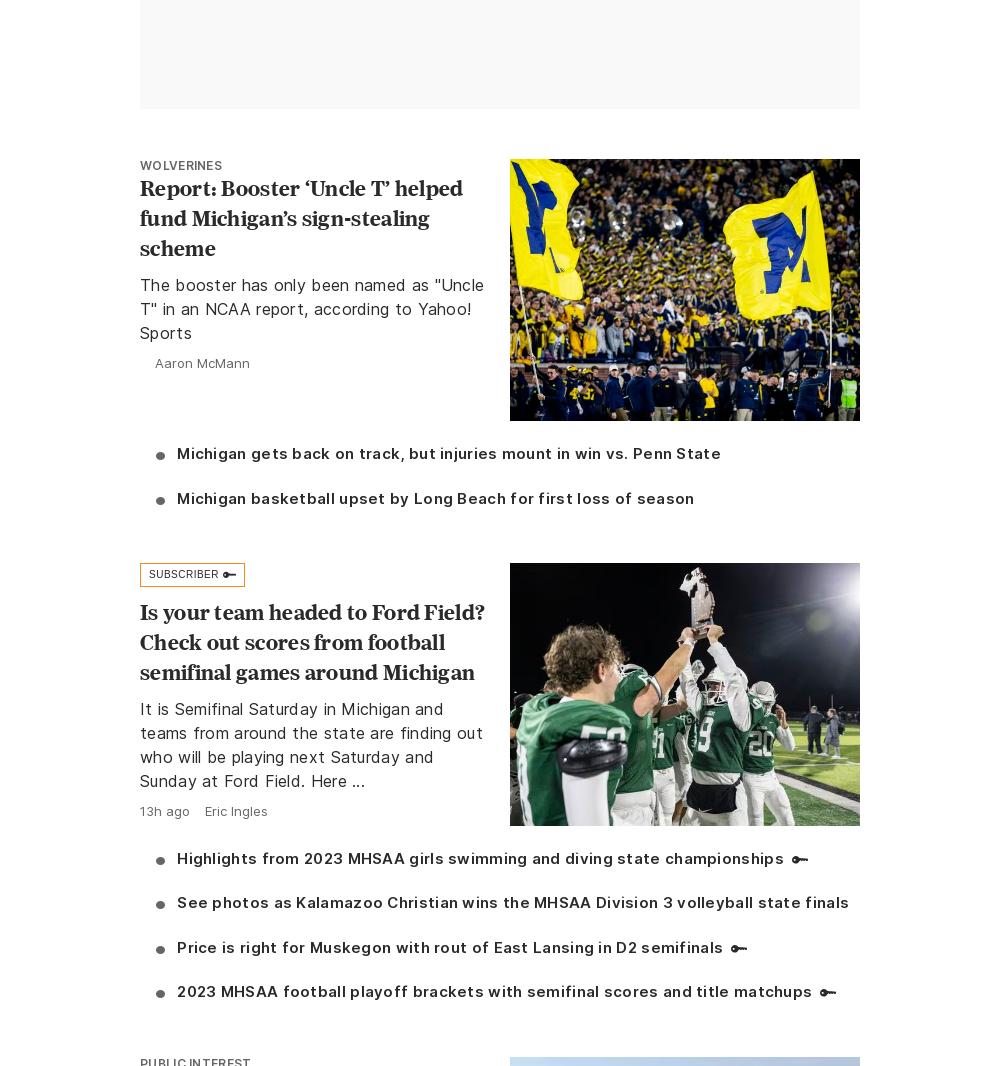 The width and height of the screenshot is (1000, 1066). What do you see at coordinates (449, 946) in the screenshot?
I see `'Price is right for Muskegon with rout of East Lansing in D2 semifinals'` at bounding box center [449, 946].